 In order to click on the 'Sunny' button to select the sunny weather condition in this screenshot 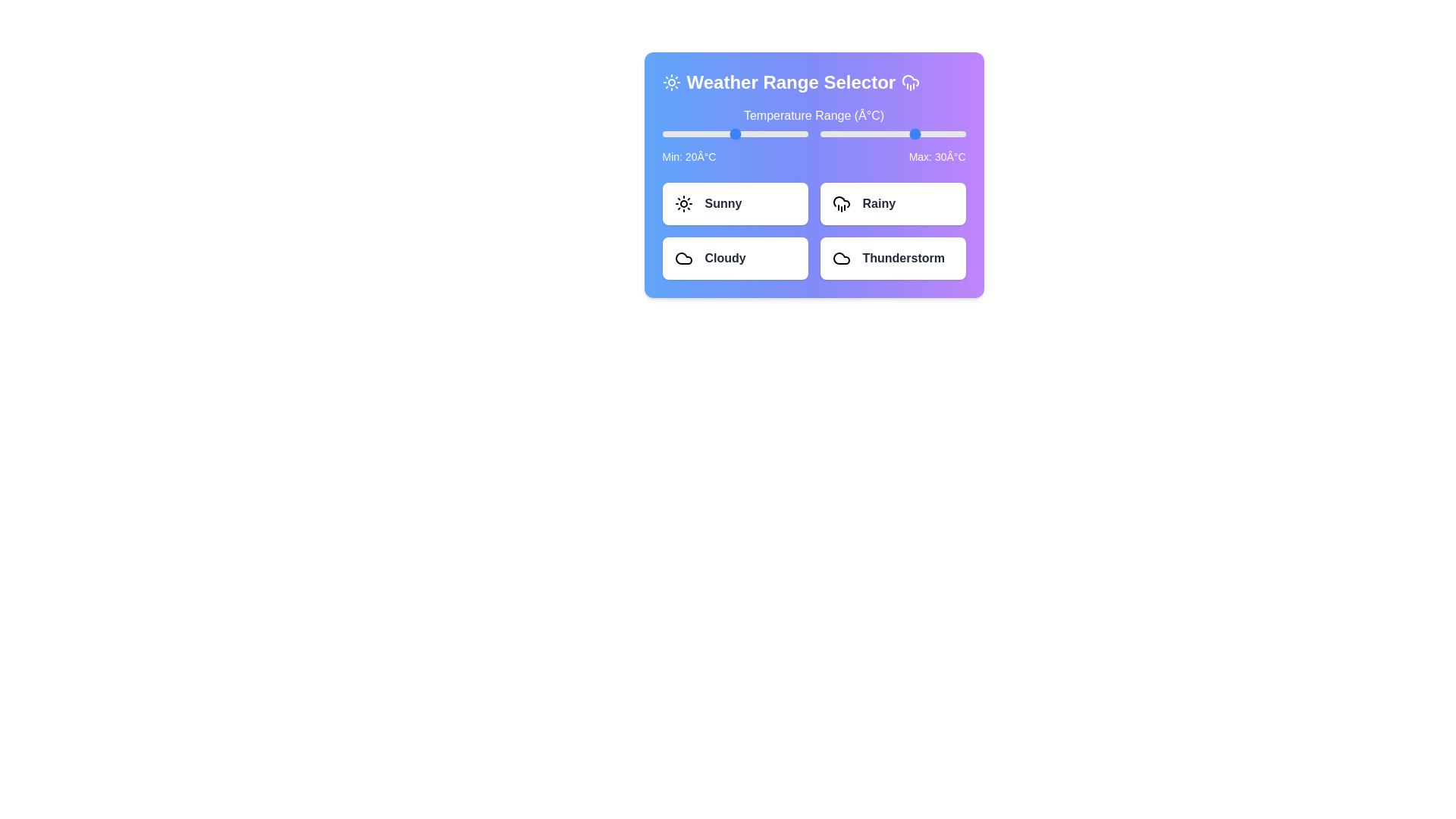, I will do `click(735, 203)`.